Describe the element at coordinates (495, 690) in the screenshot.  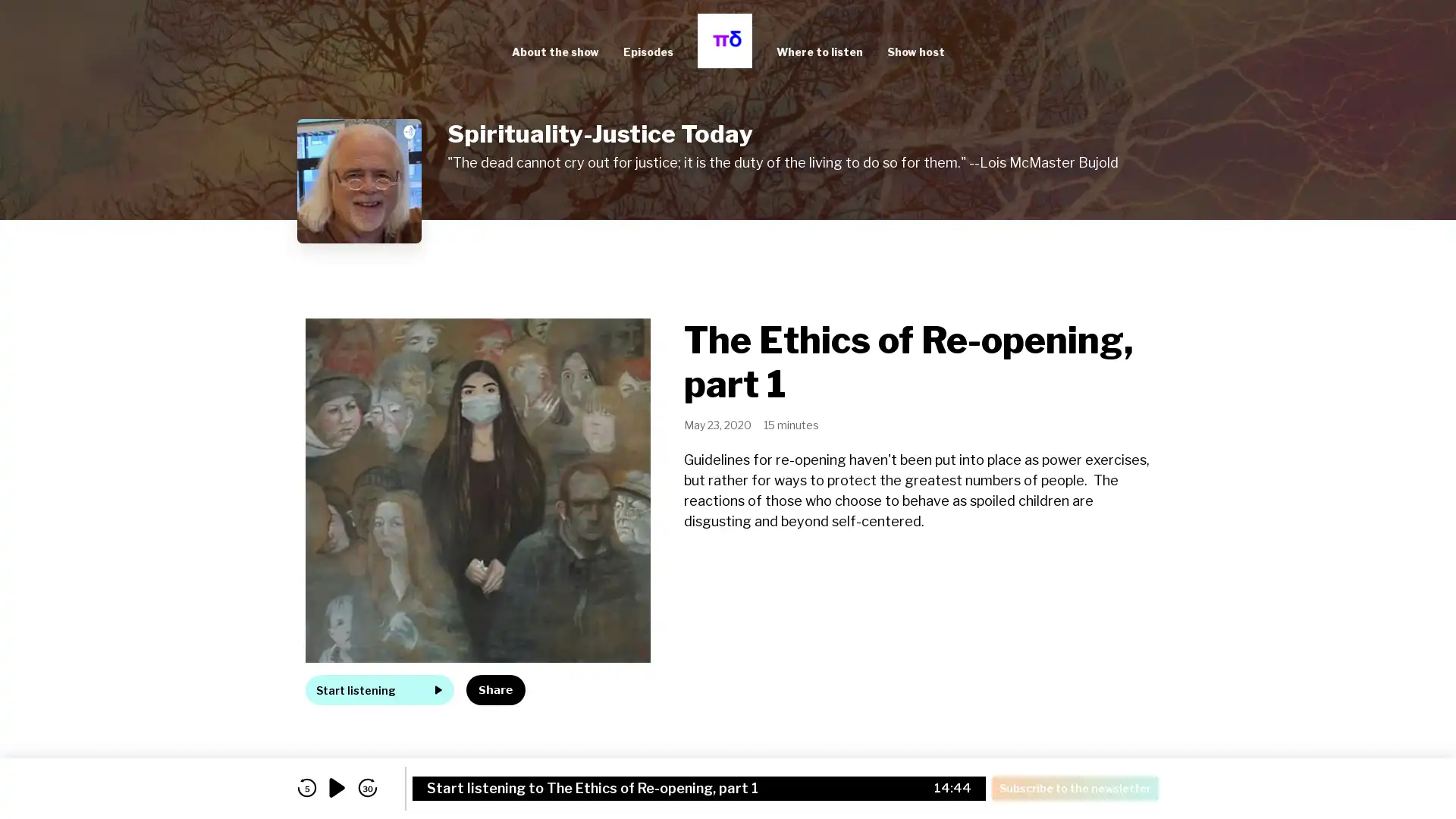
I see `Share` at that location.